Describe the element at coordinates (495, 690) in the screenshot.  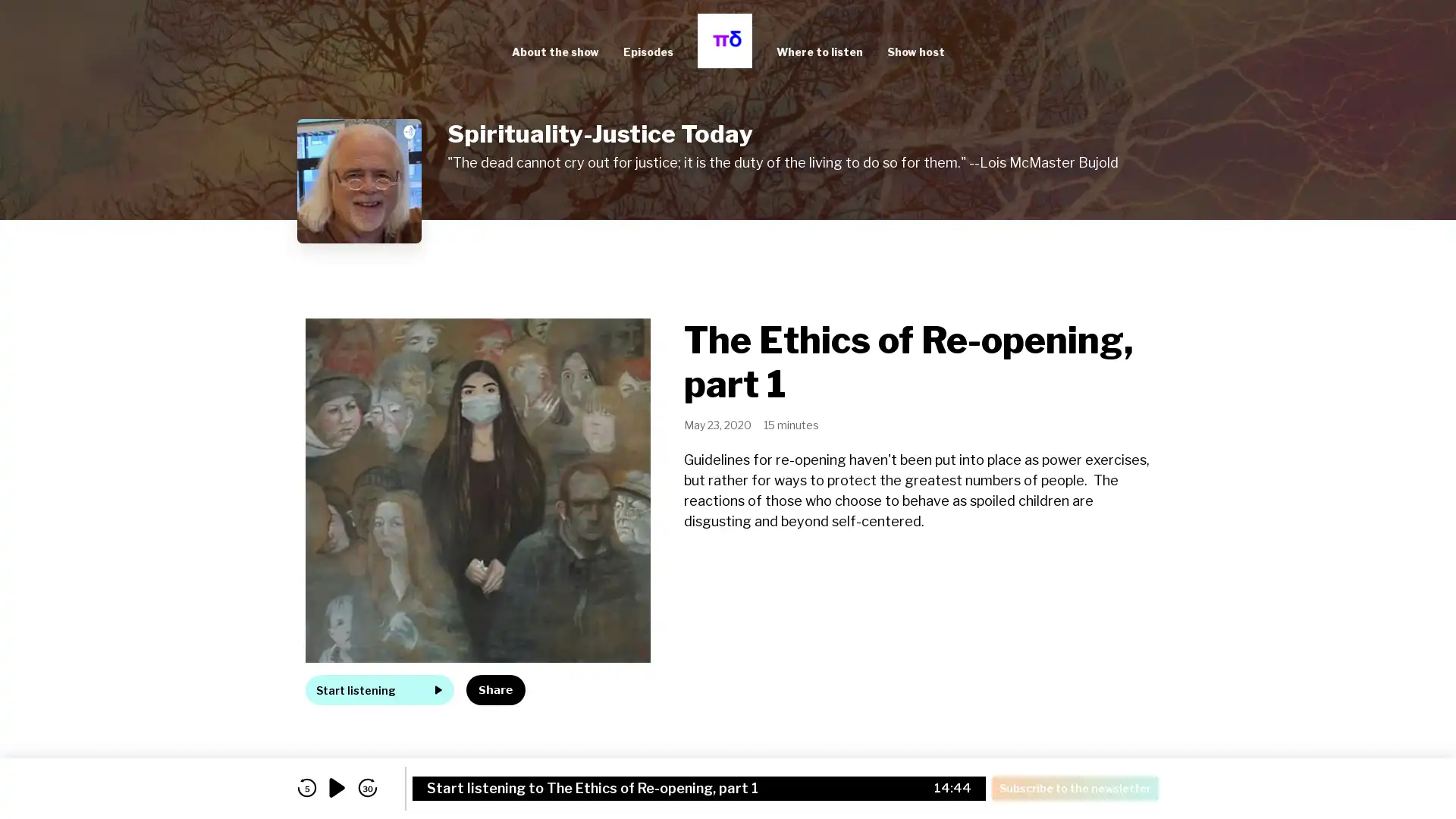
I see `Share` at that location.